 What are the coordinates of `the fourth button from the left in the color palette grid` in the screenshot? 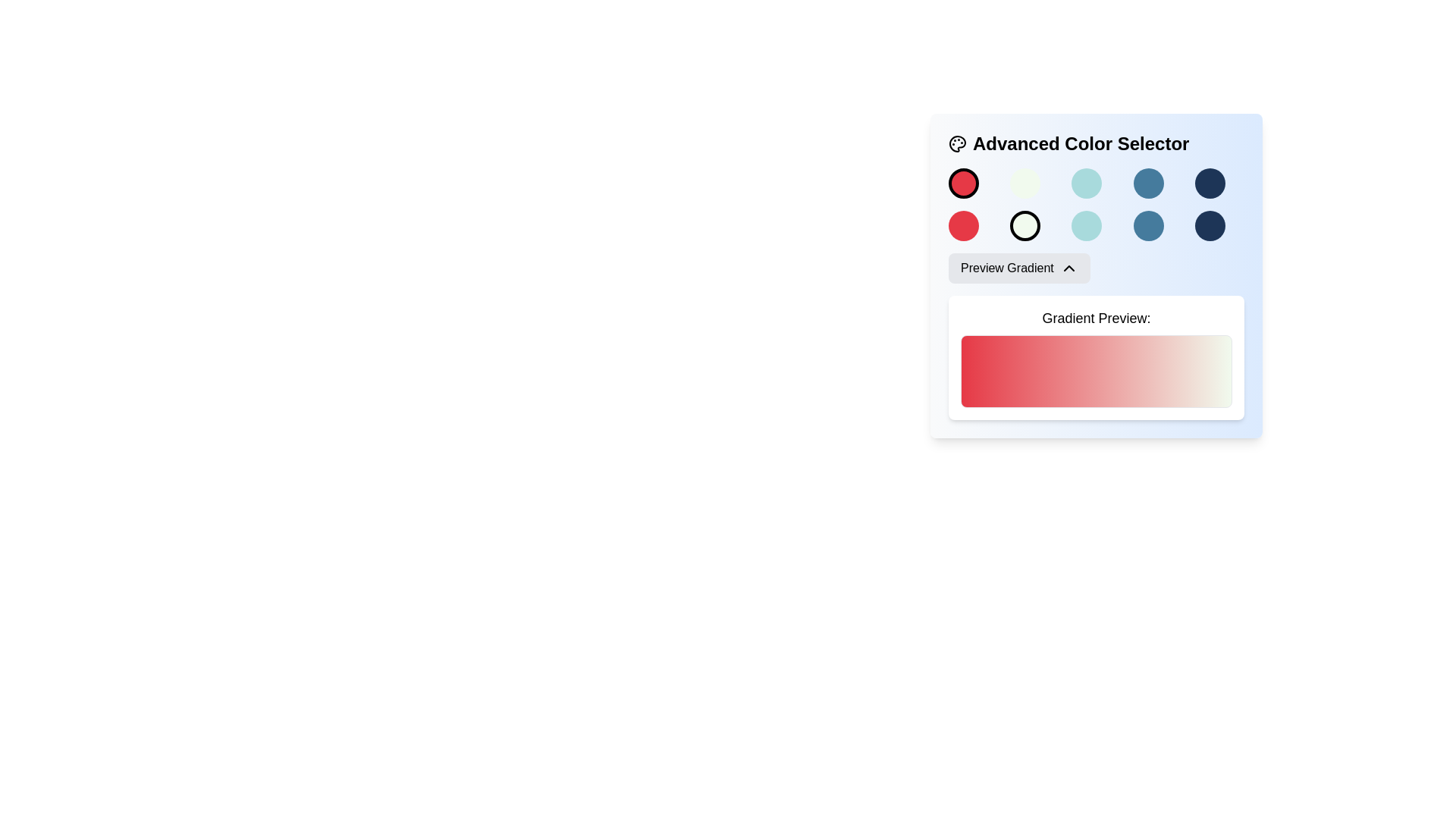 It's located at (1148, 183).